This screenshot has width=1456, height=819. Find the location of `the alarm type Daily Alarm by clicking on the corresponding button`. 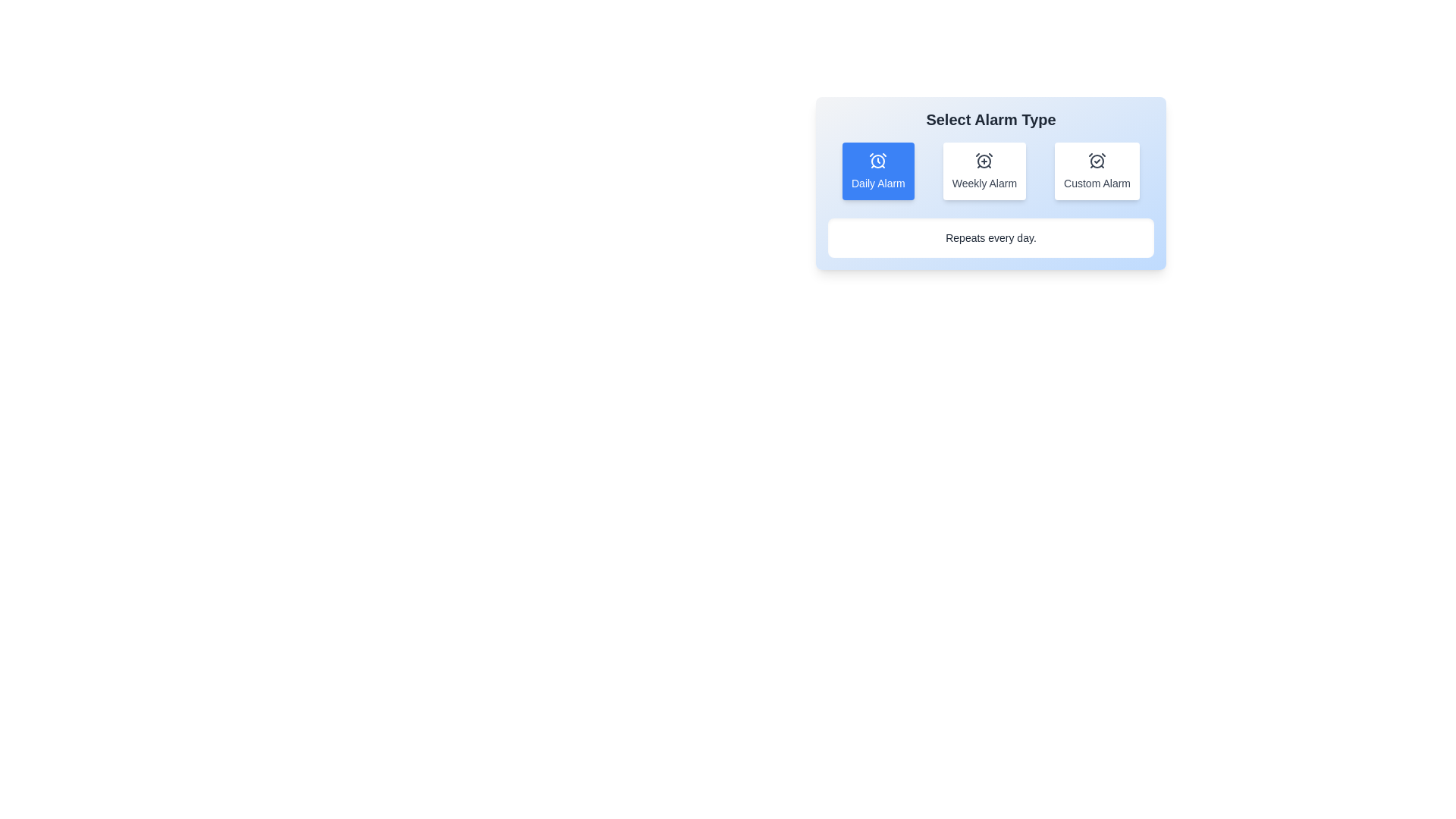

the alarm type Daily Alarm by clicking on the corresponding button is located at coordinates (877, 171).